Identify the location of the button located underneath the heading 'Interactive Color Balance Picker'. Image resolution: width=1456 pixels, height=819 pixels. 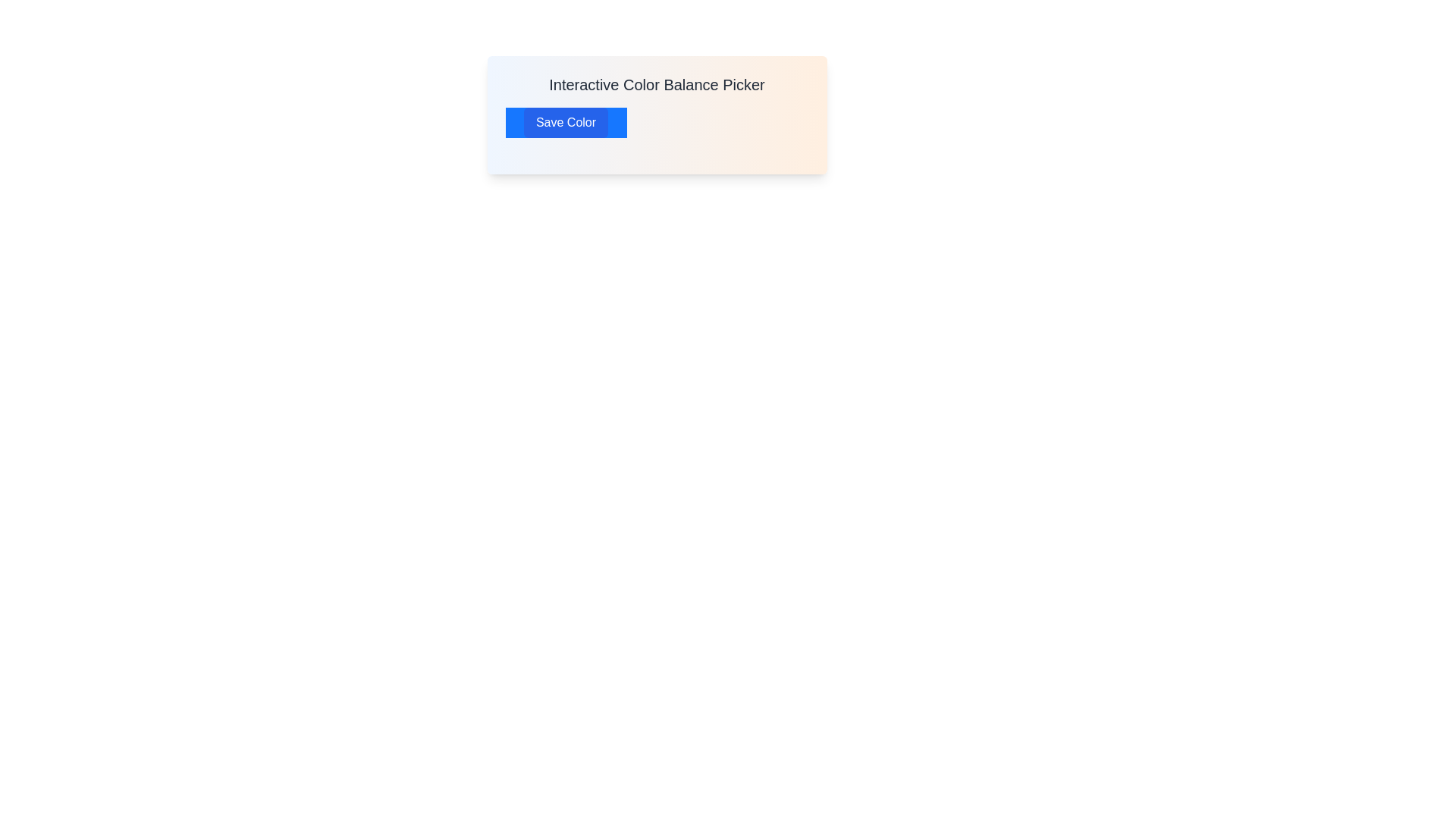
(565, 122).